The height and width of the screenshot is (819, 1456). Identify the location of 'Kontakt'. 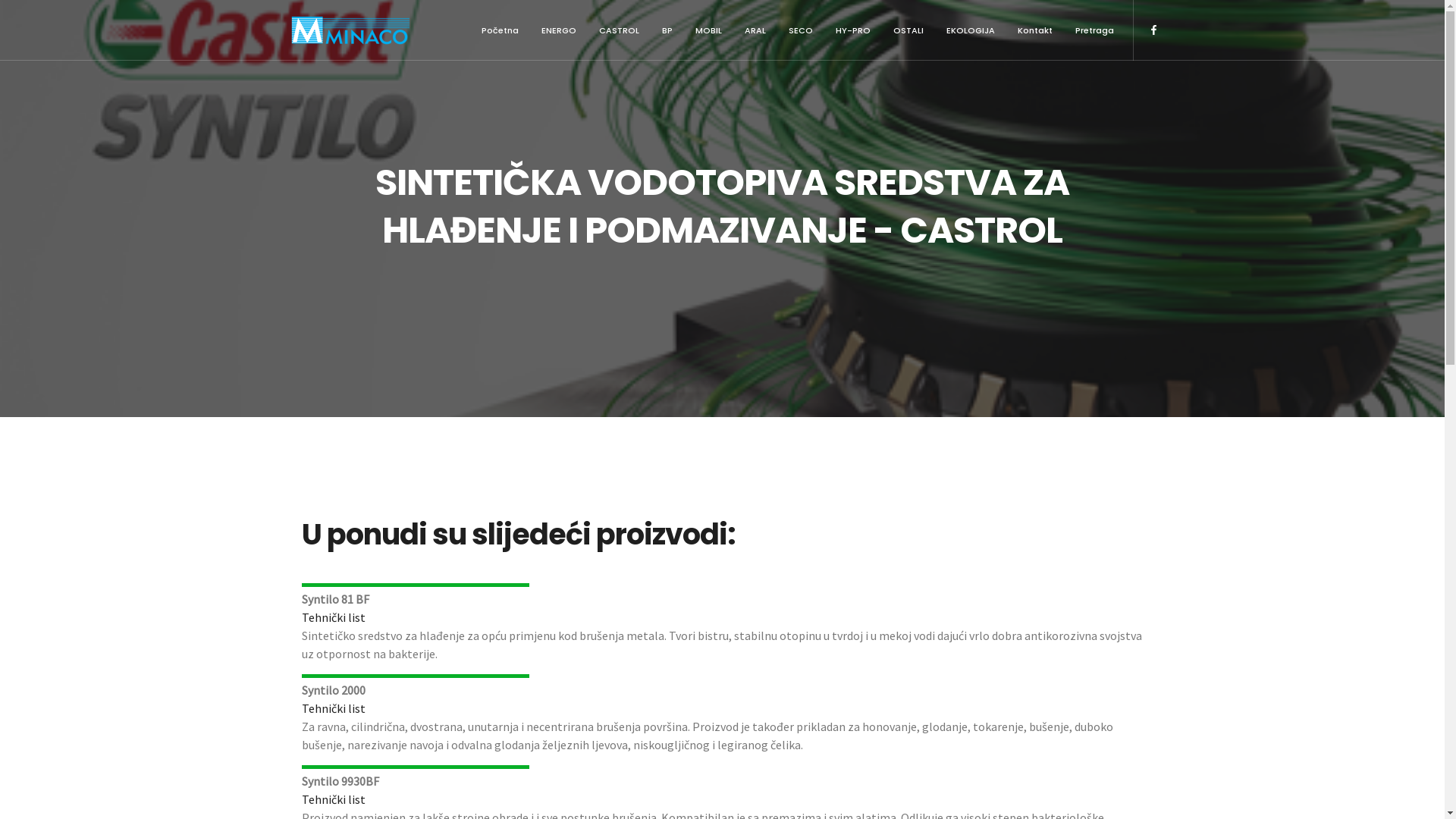
(1033, 30).